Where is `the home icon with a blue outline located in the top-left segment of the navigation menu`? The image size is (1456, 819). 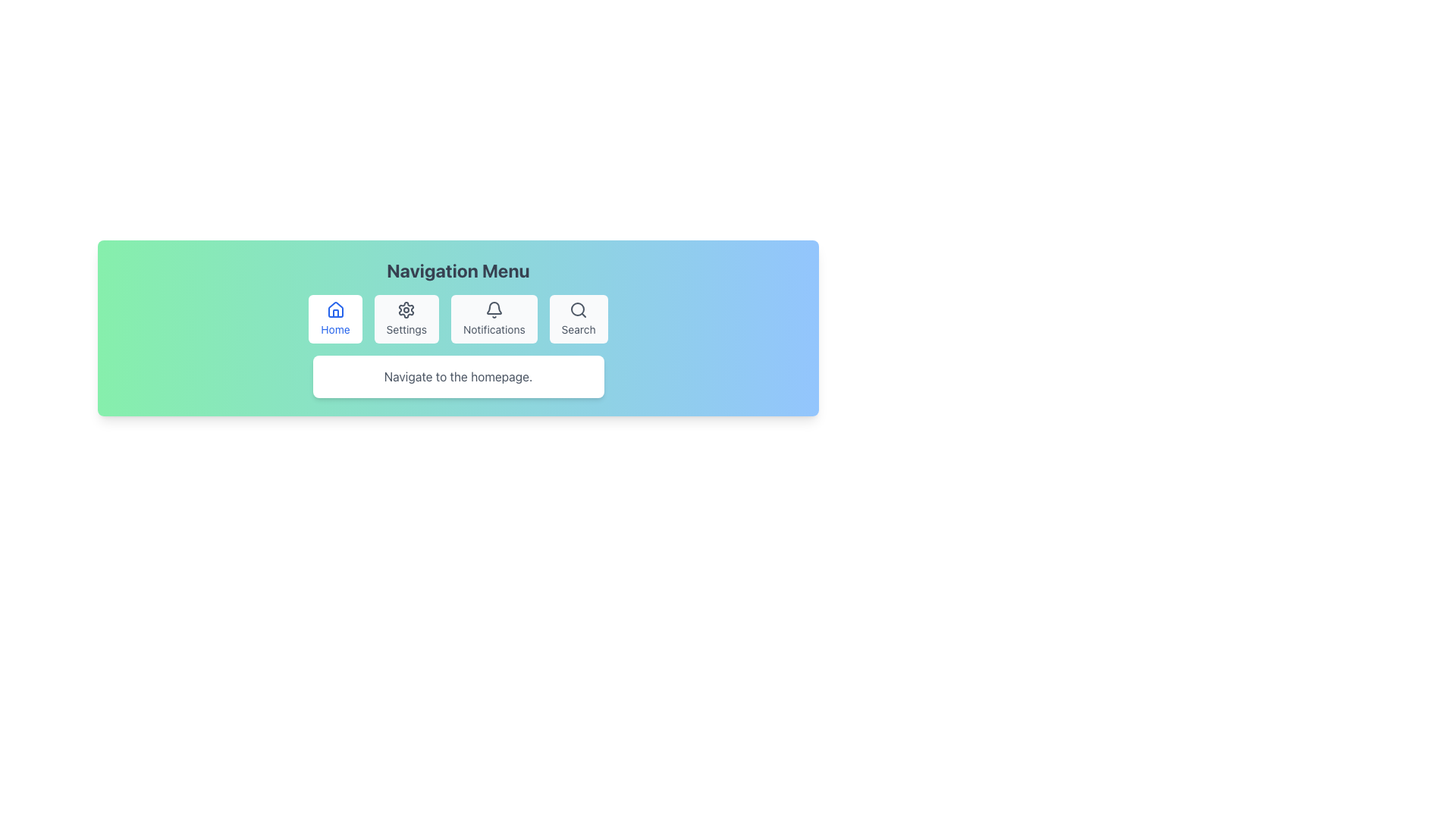
the home icon with a blue outline located in the top-left segment of the navigation menu is located at coordinates (334, 309).